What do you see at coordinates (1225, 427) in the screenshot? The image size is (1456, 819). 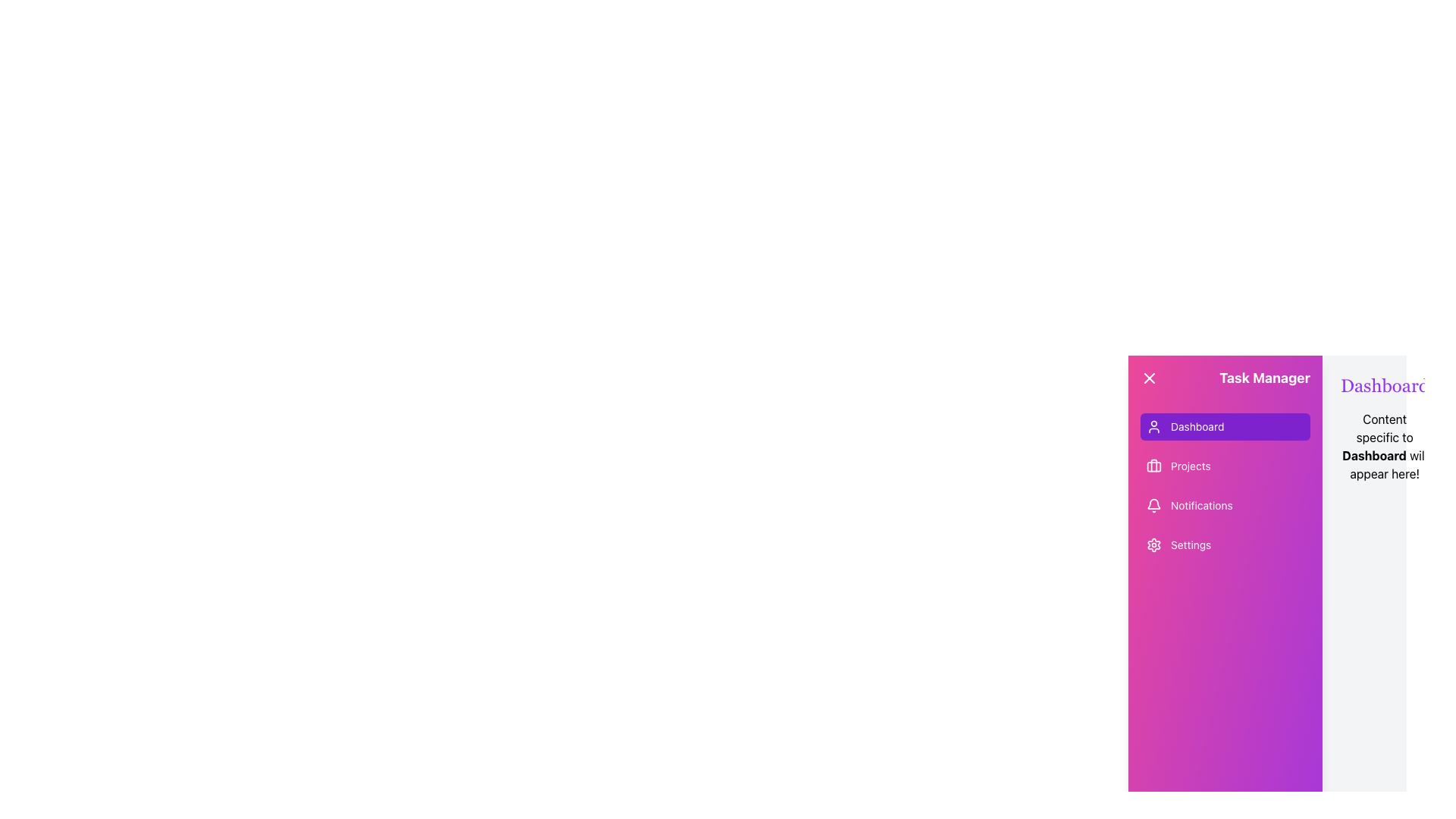 I see `the 'Dashboard' navigation button located at the top of the vertical list on the left side of the interface` at bounding box center [1225, 427].